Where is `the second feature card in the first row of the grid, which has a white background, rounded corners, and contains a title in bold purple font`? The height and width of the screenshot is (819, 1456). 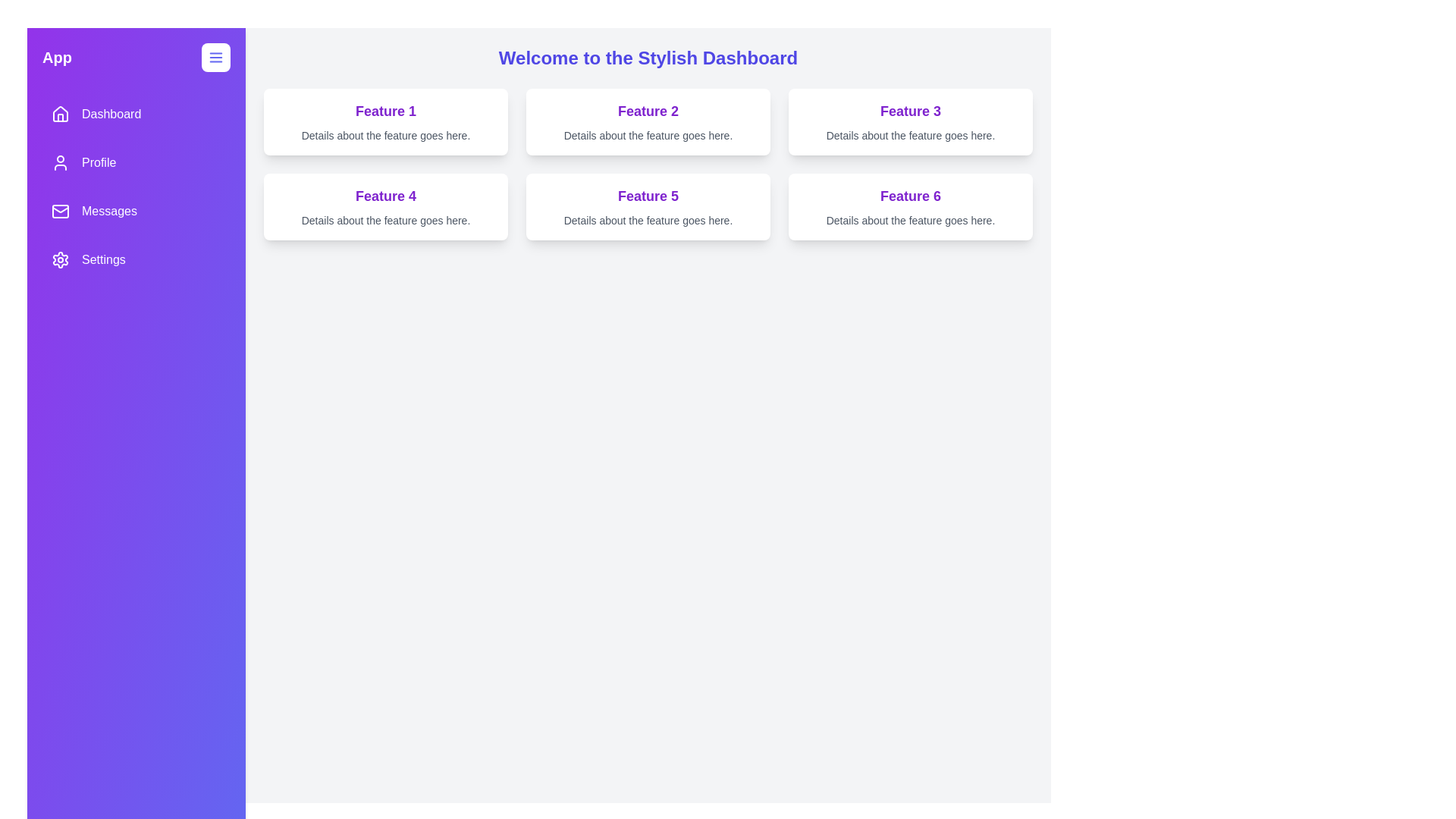 the second feature card in the first row of the grid, which has a white background, rounded corners, and contains a title in bold purple font is located at coordinates (648, 121).